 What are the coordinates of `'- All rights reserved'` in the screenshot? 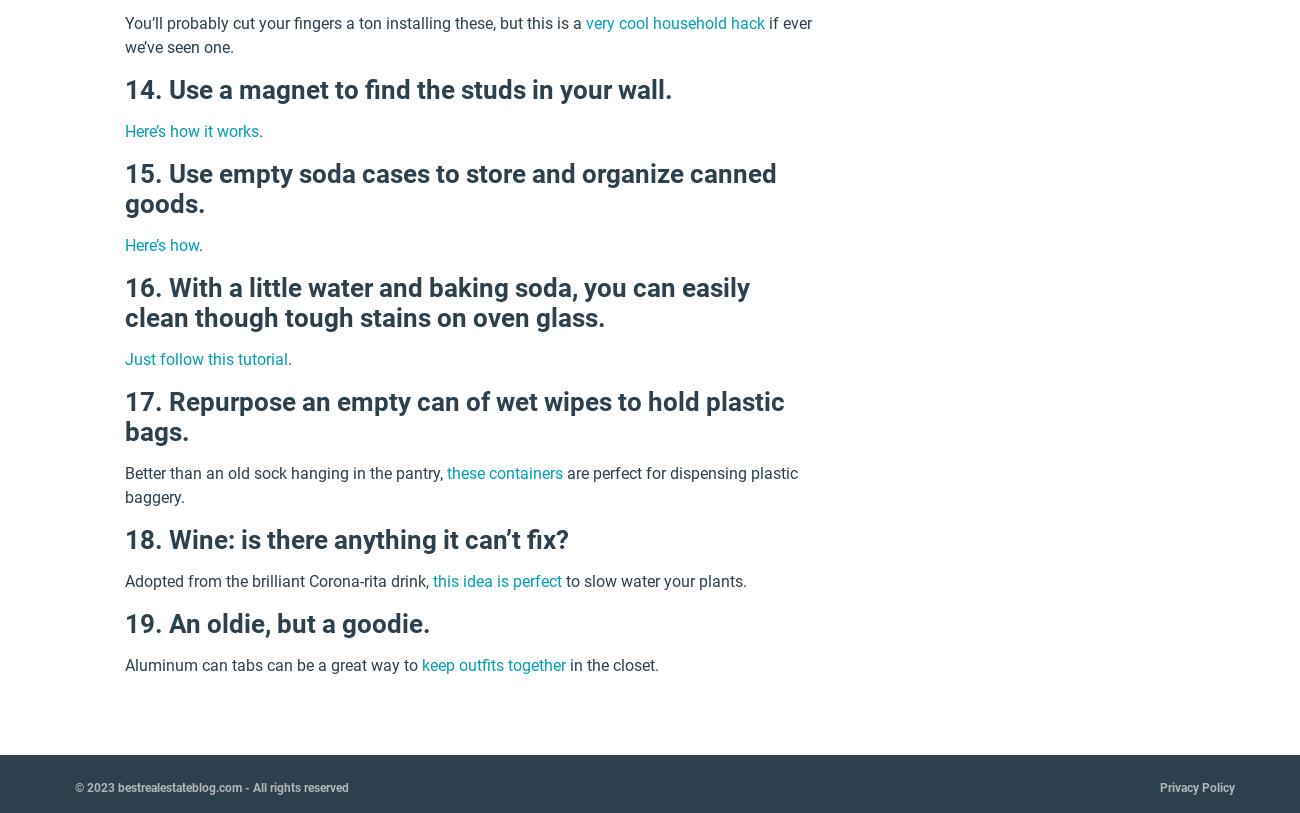 It's located at (241, 786).